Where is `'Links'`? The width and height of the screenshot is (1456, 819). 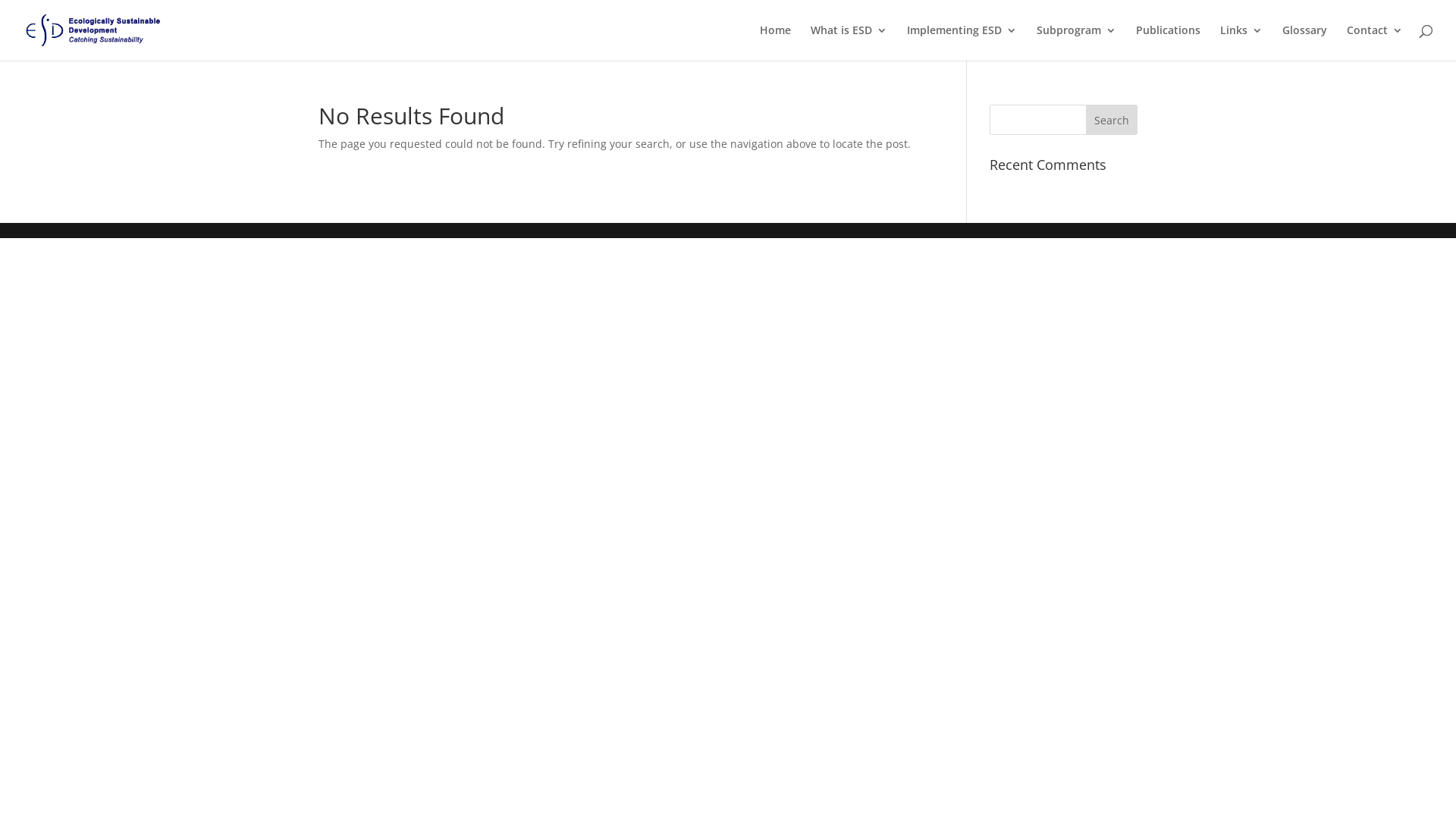 'Links' is located at coordinates (1219, 42).